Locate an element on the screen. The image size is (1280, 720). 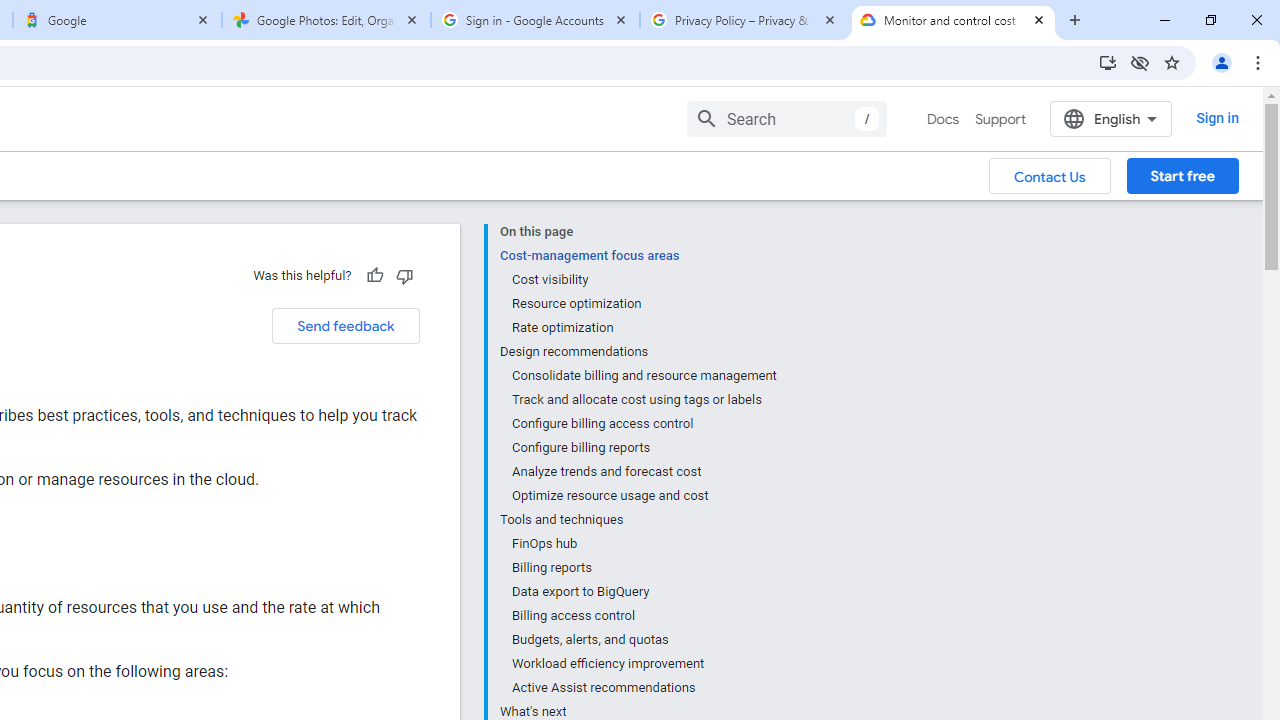
'Contact Us' is located at coordinates (1049, 174).